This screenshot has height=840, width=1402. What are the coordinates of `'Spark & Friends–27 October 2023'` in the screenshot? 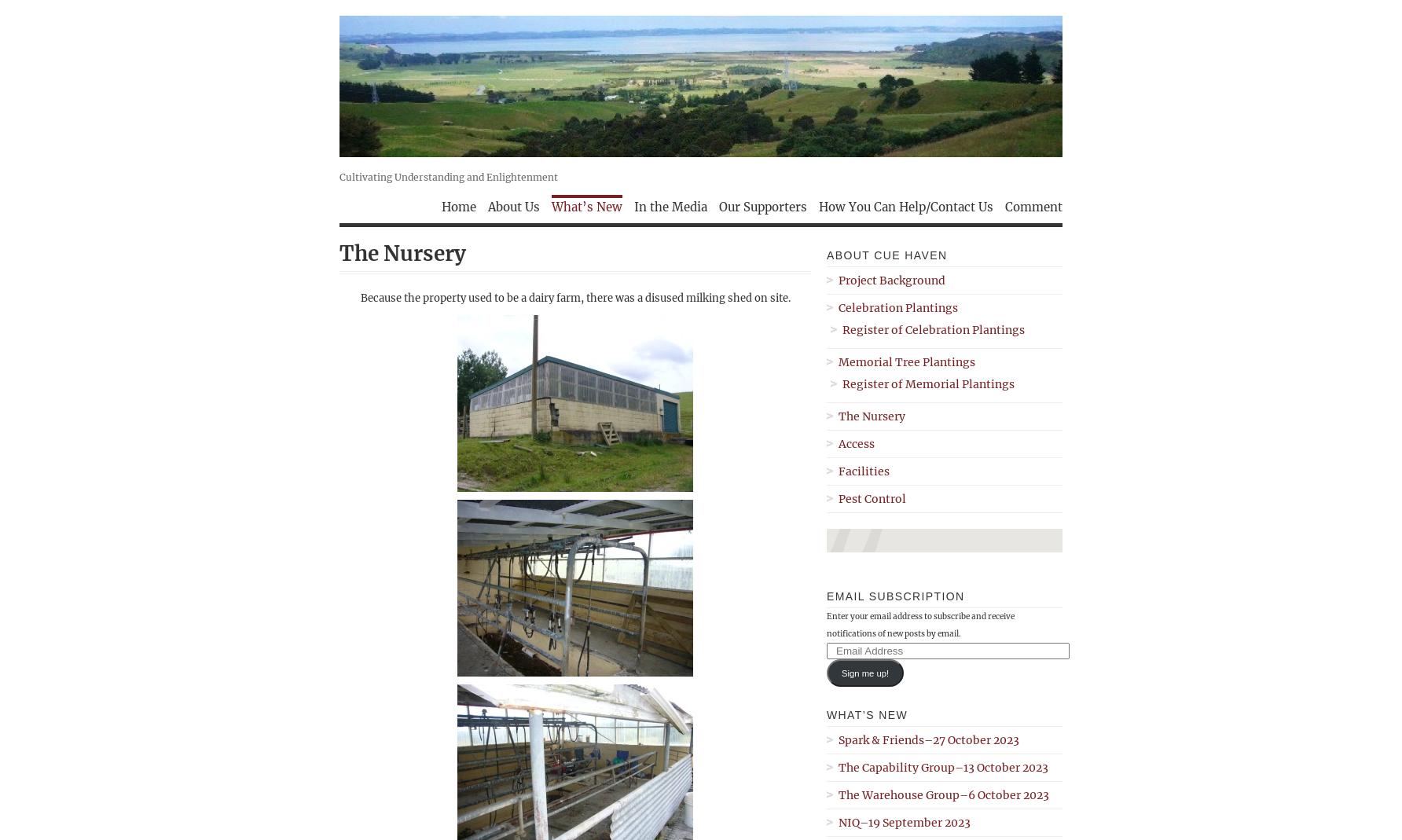 It's located at (929, 739).